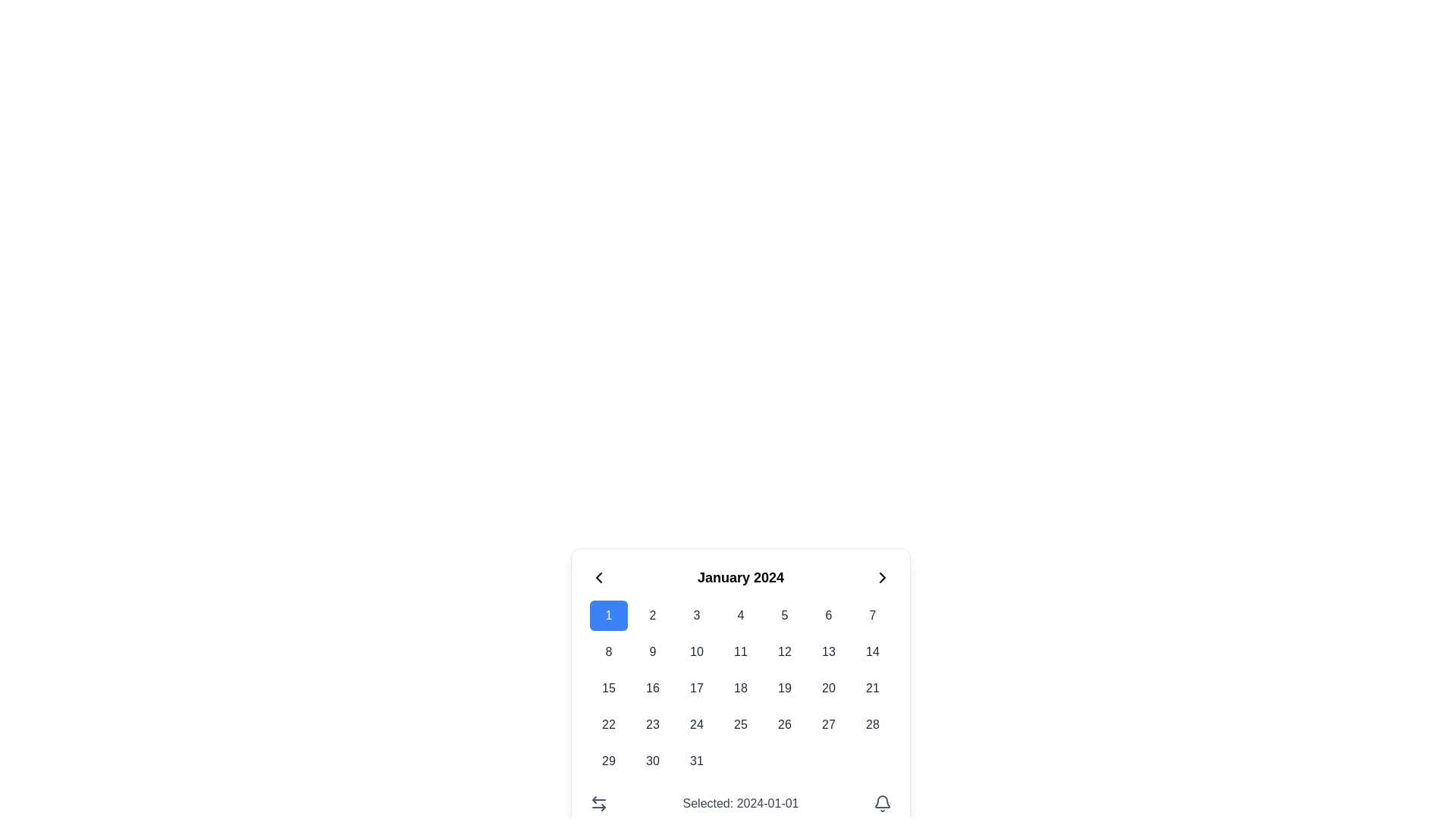 The height and width of the screenshot is (819, 1456). I want to click on the button displaying the number 4 in the calendar interface, so click(741, 616).